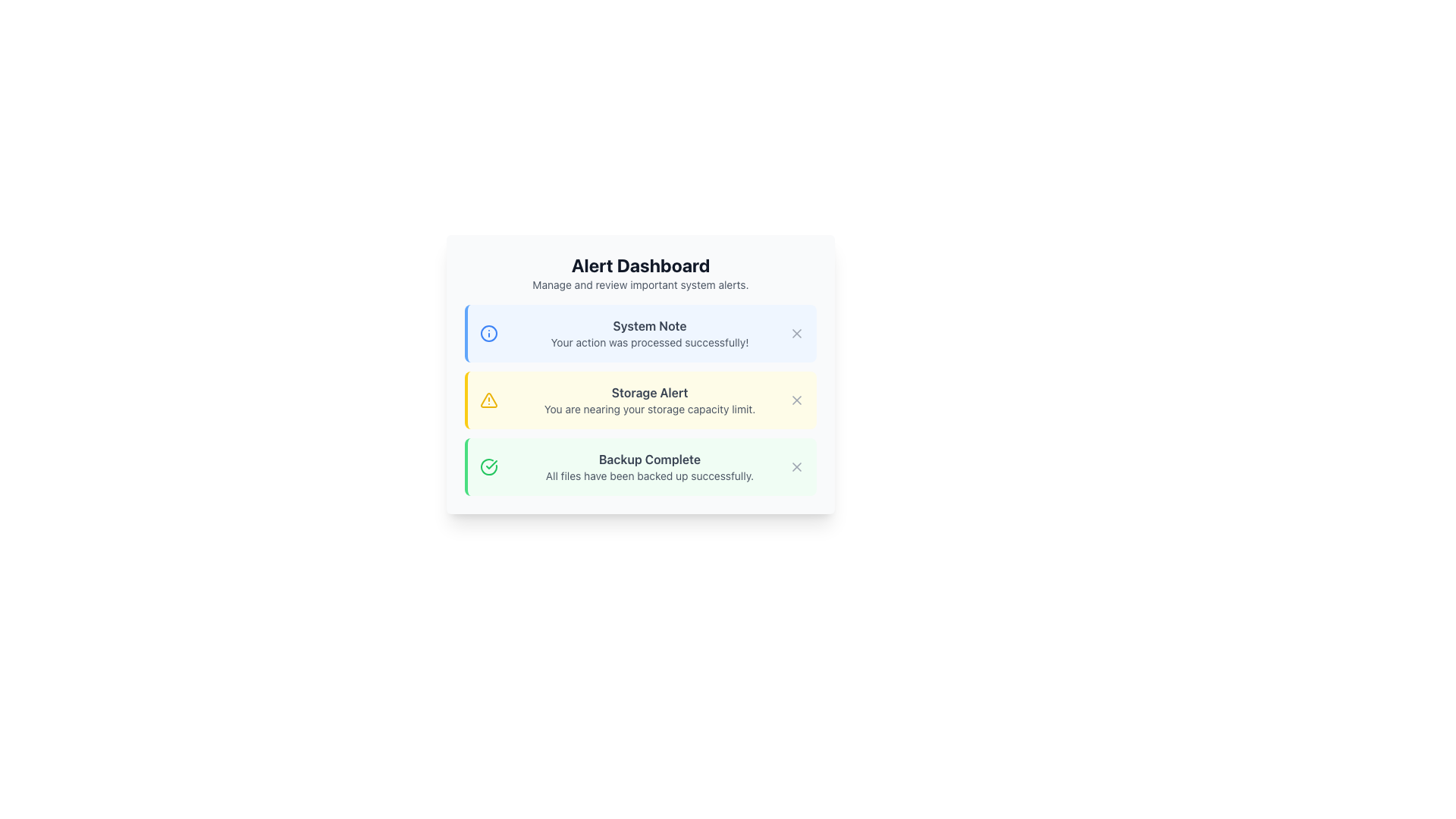 The image size is (1456, 819). What do you see at coordinates (488, 400) in the screenshot?
I see `the yellow triangle warning icon with an exclamation mark inside, located in the 'Storage Alert' notification card` at bounding box center [488, 400].